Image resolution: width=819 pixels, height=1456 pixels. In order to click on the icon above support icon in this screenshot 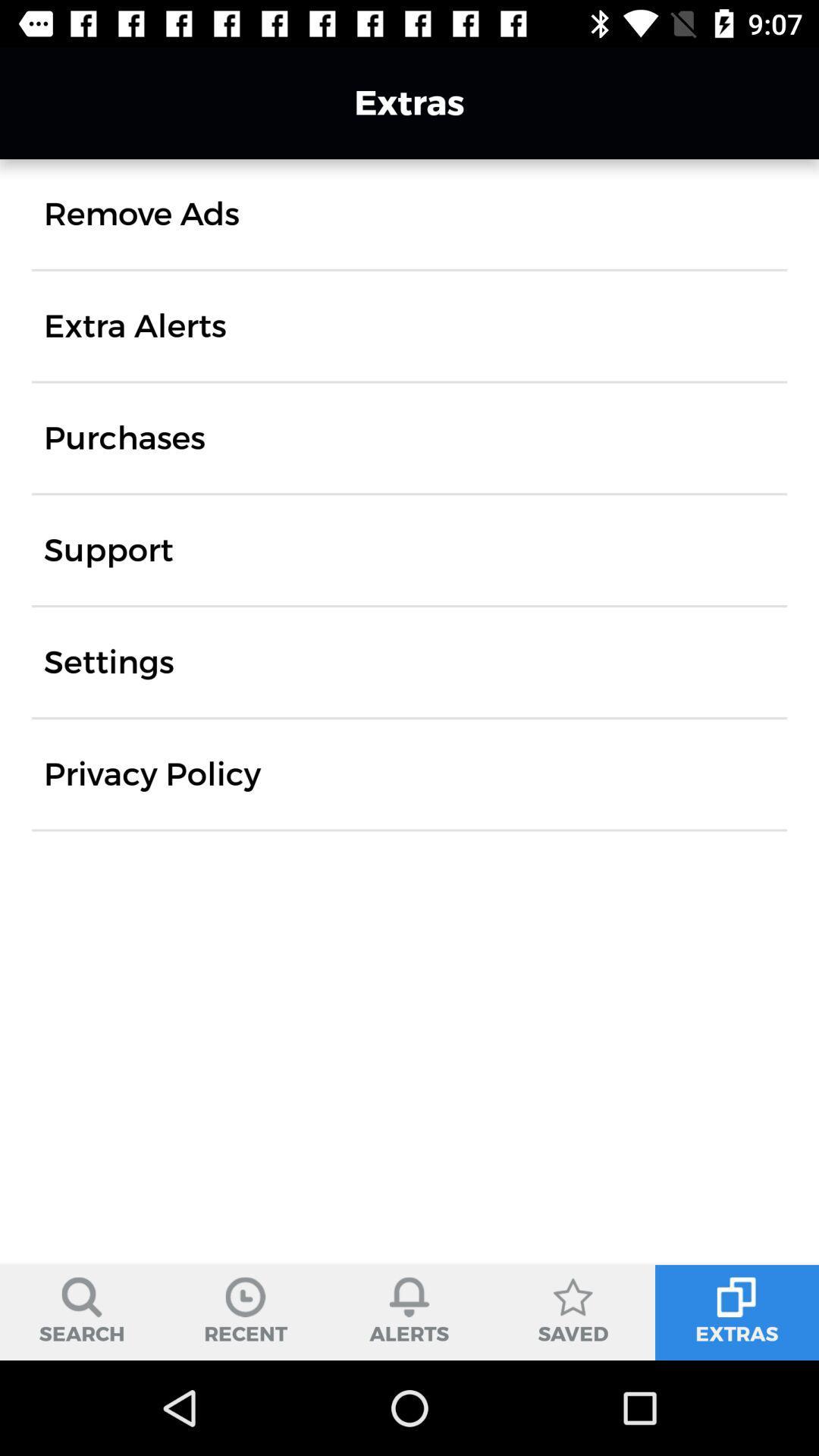, I will do `click(124, 437)`.